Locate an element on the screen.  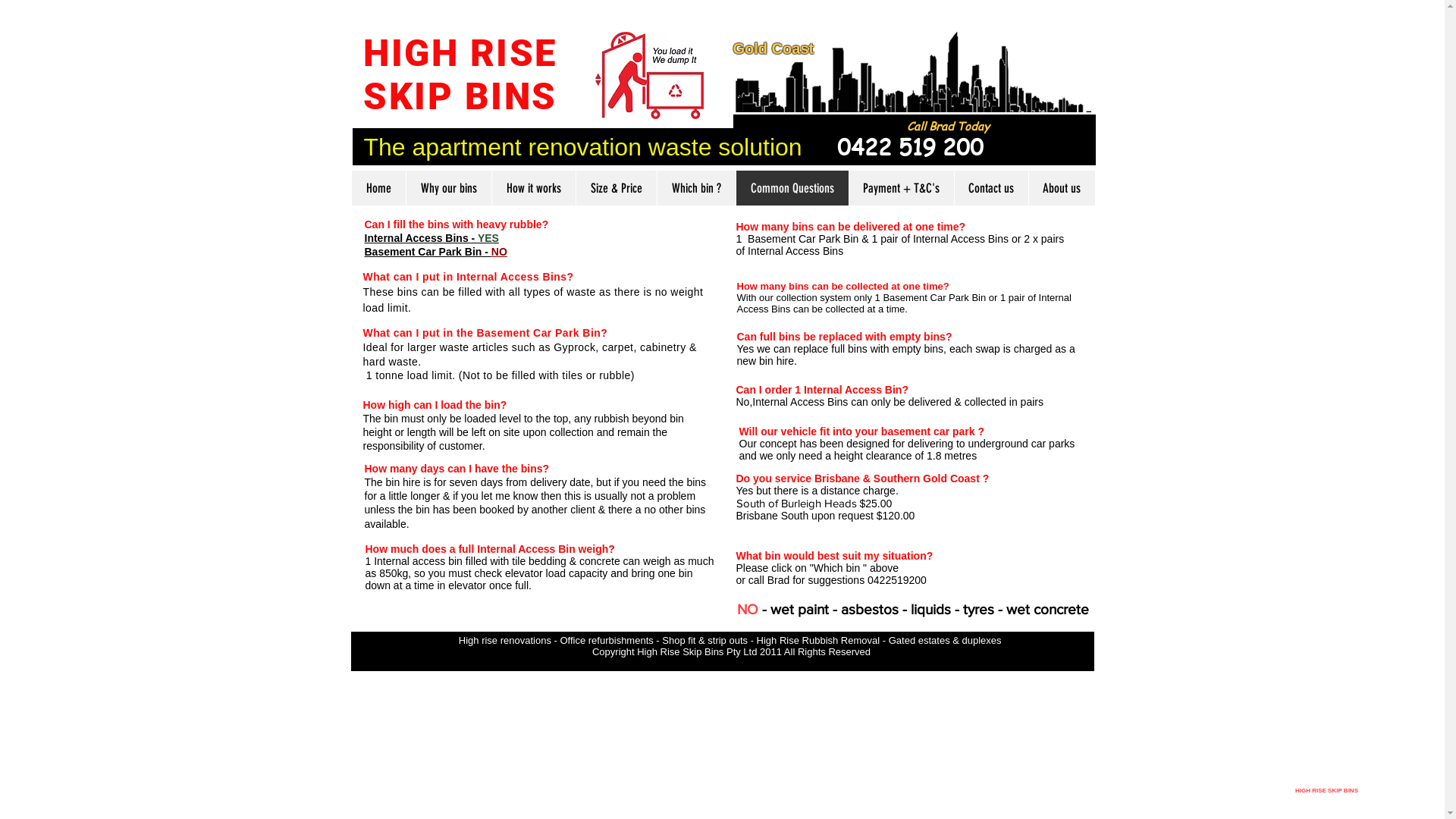
'Home' is located at coordinates (378, 187).